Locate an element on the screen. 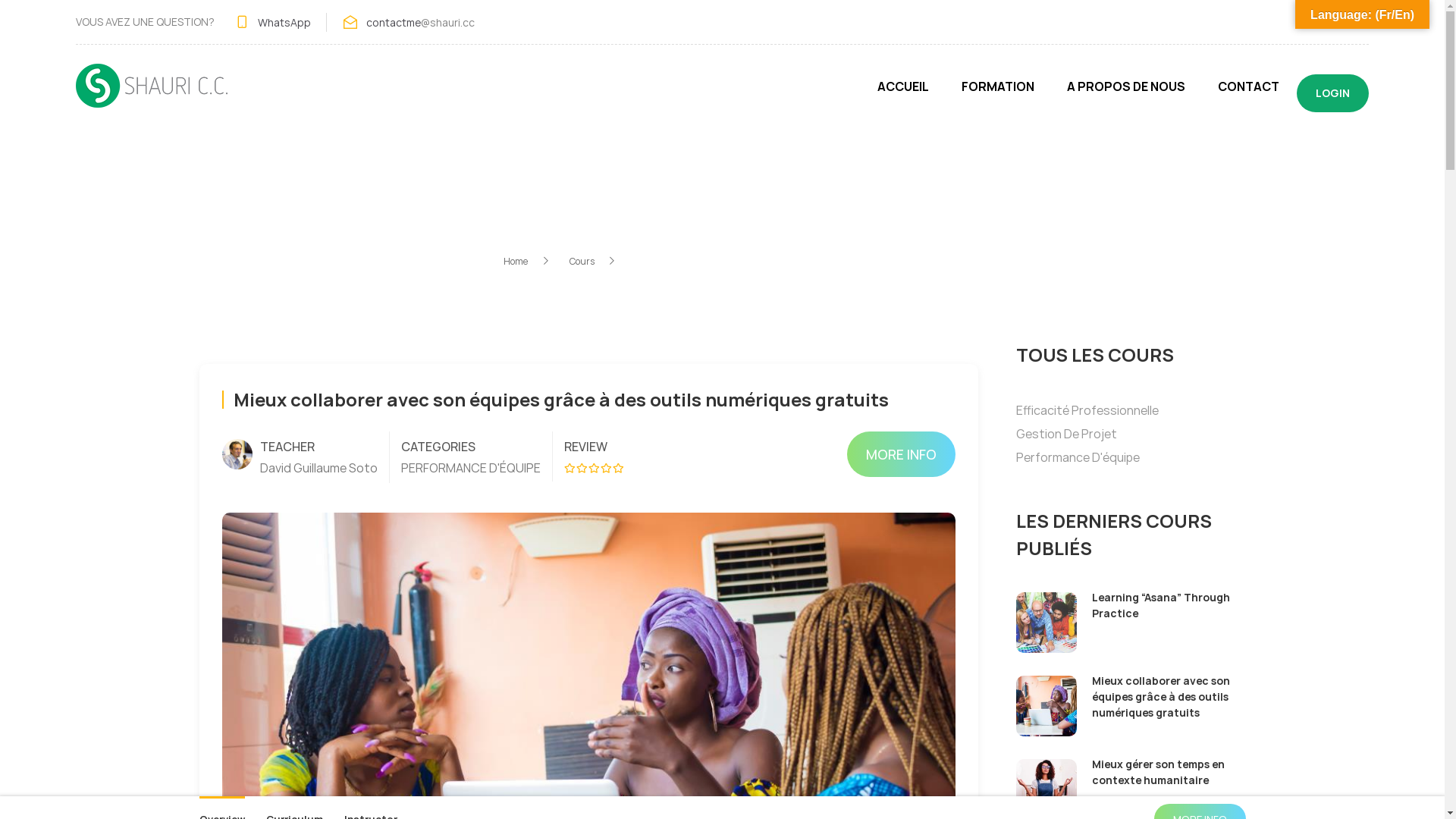 The width and height of the screenshot is (1456, 819). 'FORMATION' is located at coordinates (997, 93).